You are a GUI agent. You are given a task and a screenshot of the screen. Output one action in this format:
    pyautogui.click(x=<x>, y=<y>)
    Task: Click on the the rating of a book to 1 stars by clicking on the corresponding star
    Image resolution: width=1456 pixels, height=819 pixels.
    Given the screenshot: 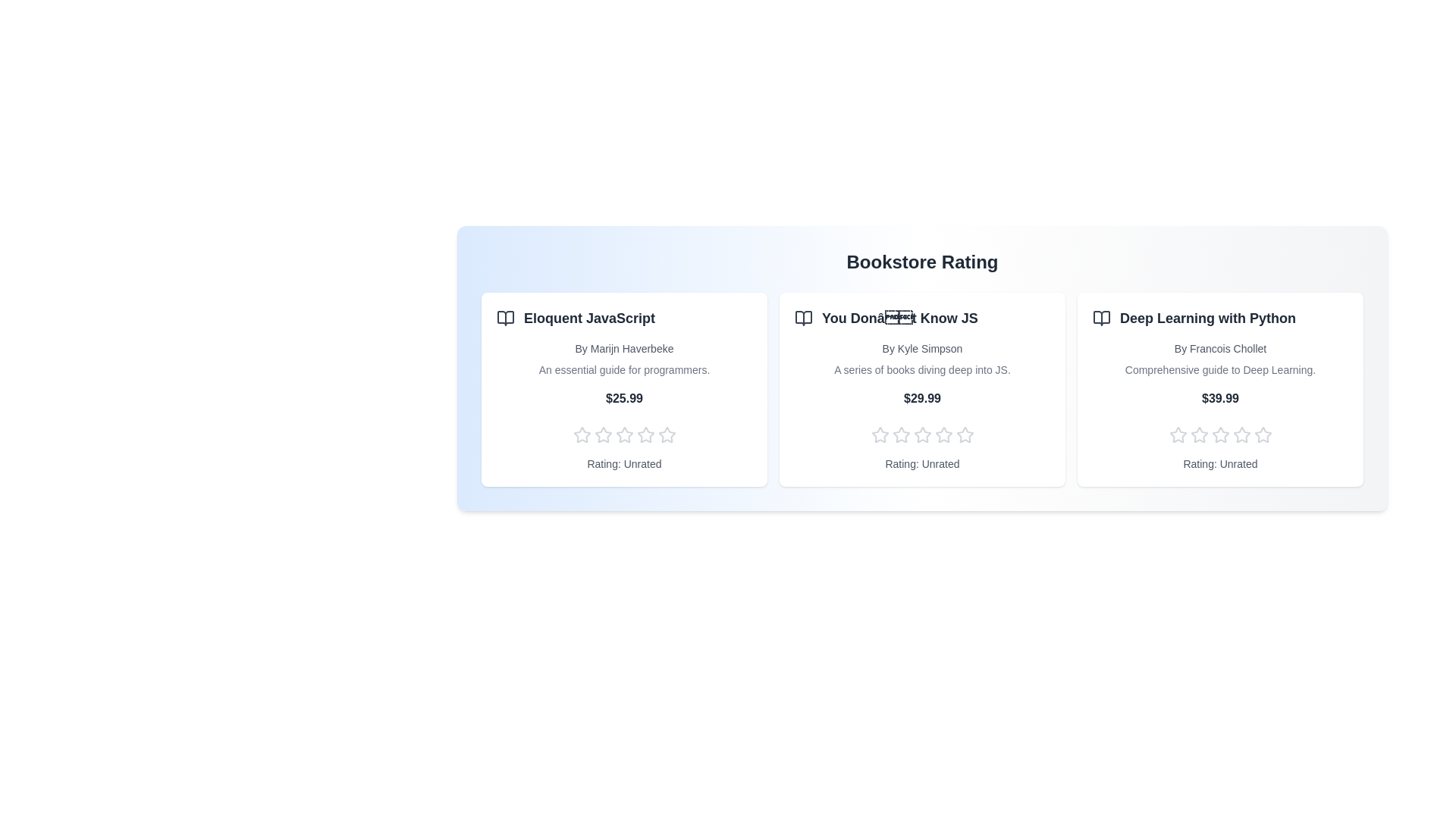 What is the action you would take?
    pyautogui.click(x=581, y=435)
    